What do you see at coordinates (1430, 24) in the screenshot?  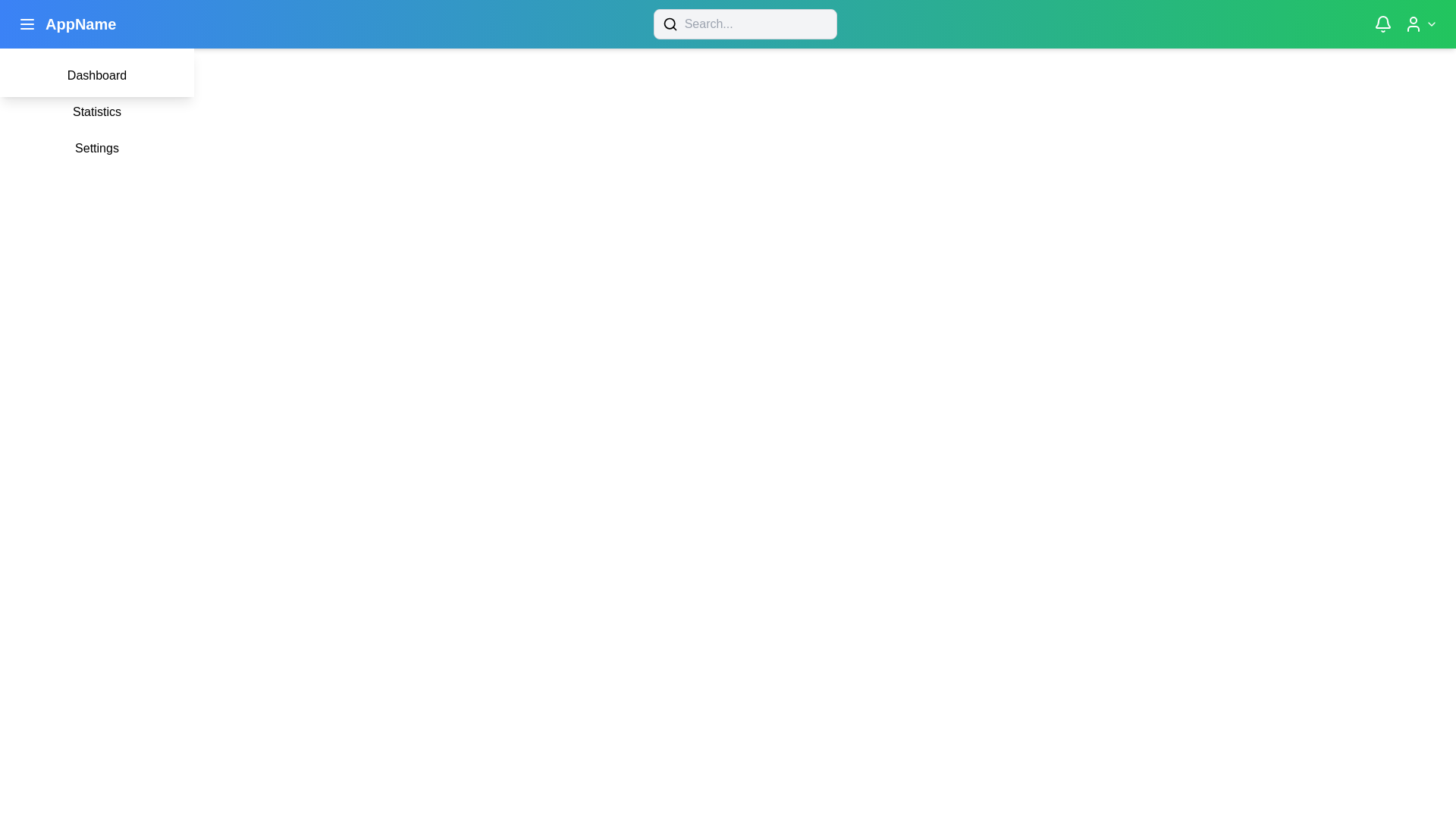 I see `the chevron icon indicating a dropdown menu` at bounding box center [1430, 24].